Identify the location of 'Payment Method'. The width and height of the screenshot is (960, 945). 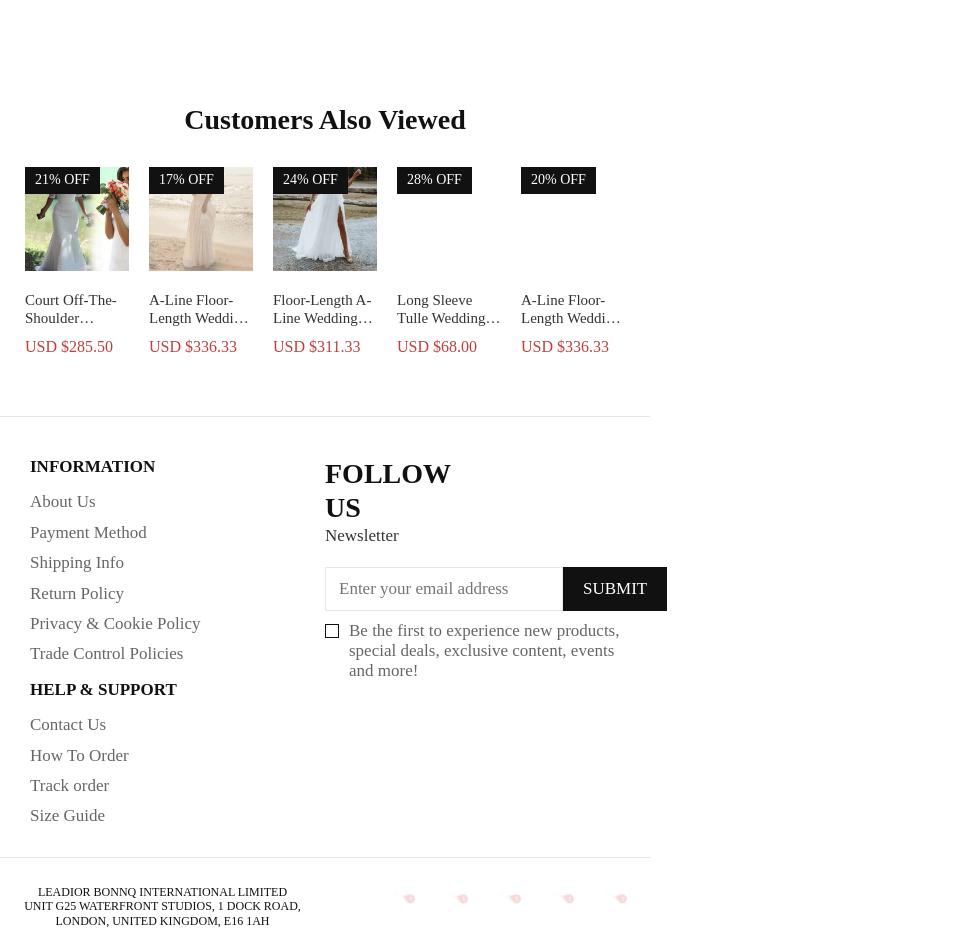
(88, 530).